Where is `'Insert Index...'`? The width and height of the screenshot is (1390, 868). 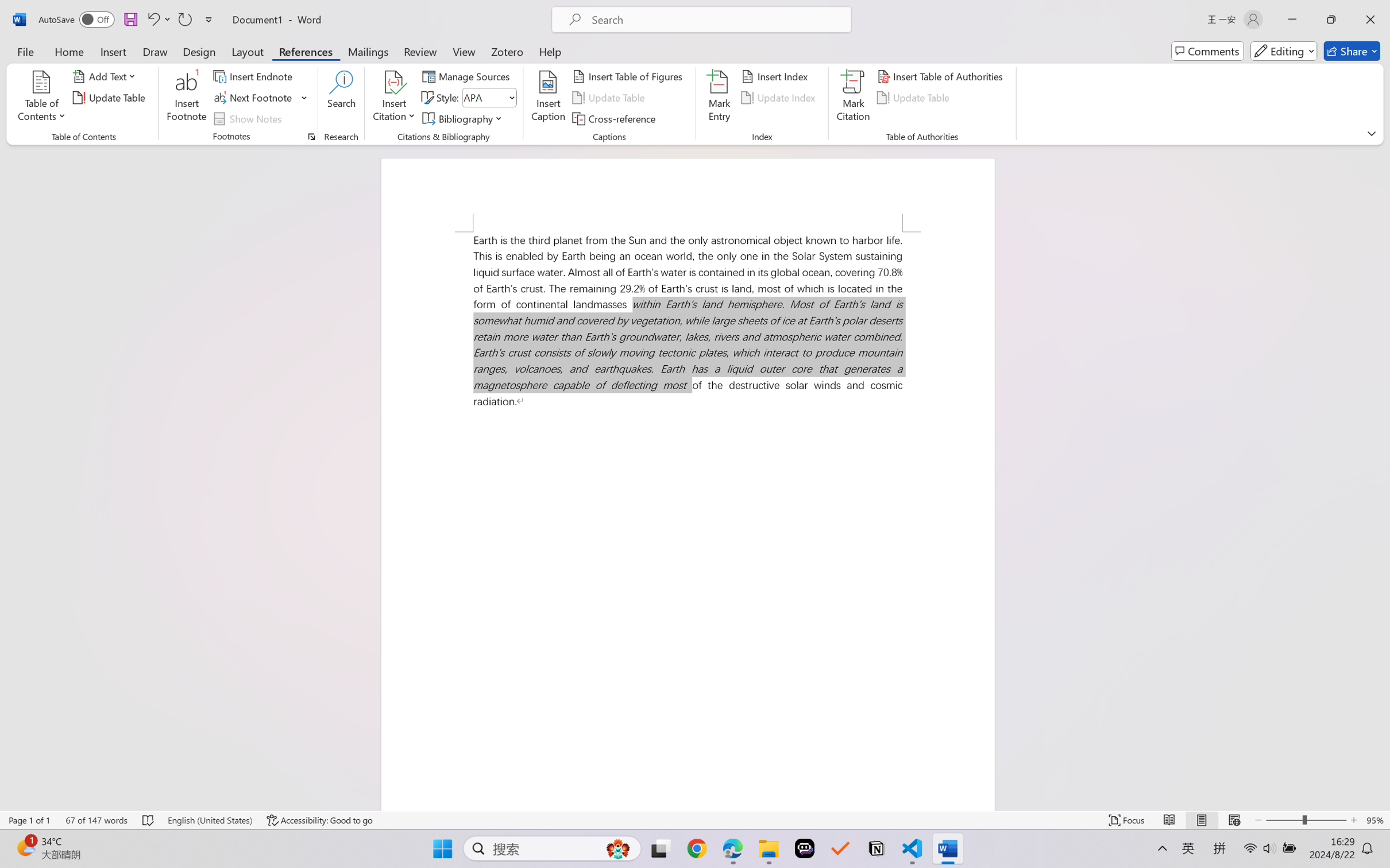 'Insert Index...' is located at coordinates (775, 75).